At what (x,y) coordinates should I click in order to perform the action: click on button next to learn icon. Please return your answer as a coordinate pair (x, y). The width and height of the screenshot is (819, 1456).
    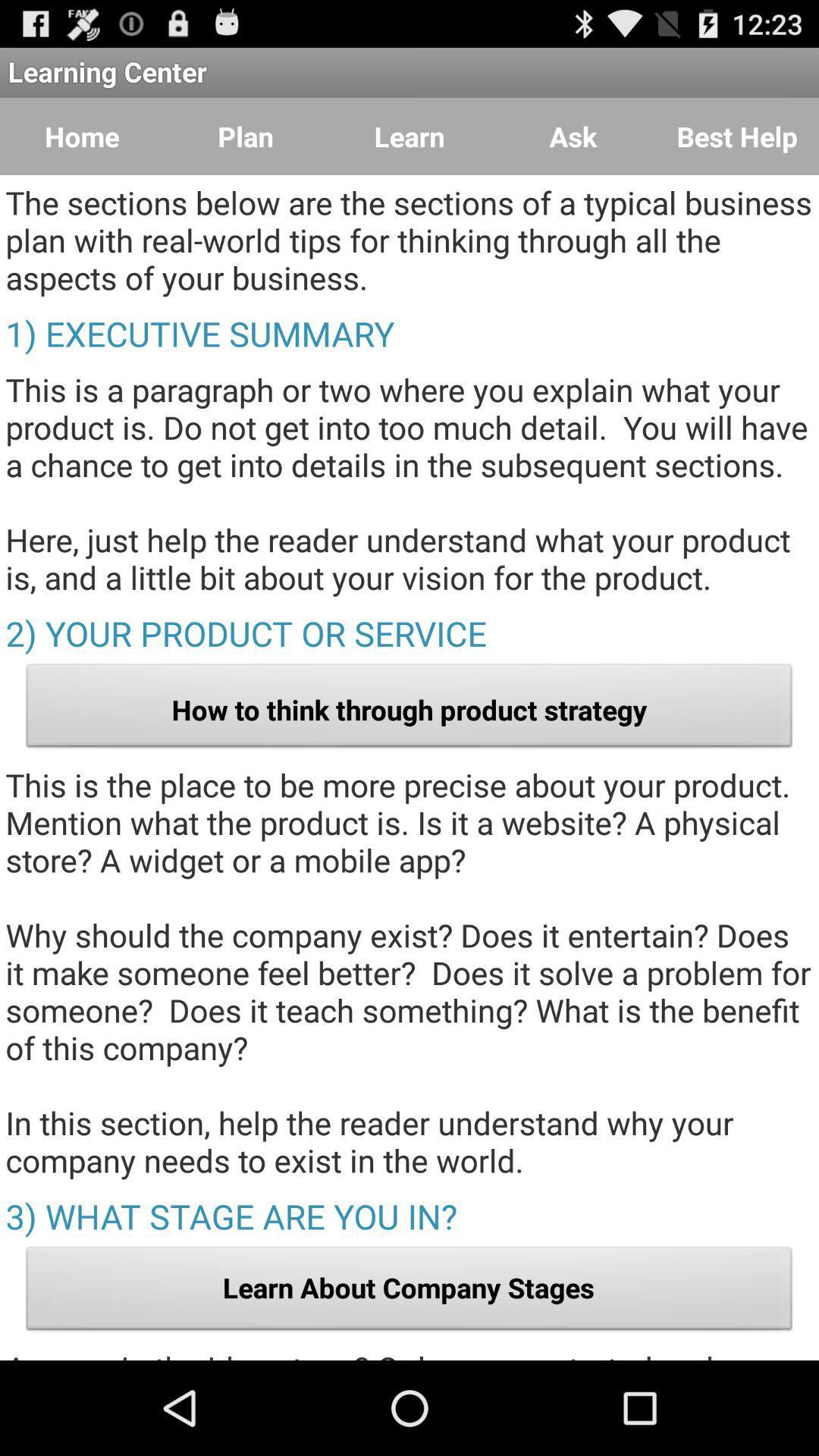
    Looking at the image, I should click on (573, 136).